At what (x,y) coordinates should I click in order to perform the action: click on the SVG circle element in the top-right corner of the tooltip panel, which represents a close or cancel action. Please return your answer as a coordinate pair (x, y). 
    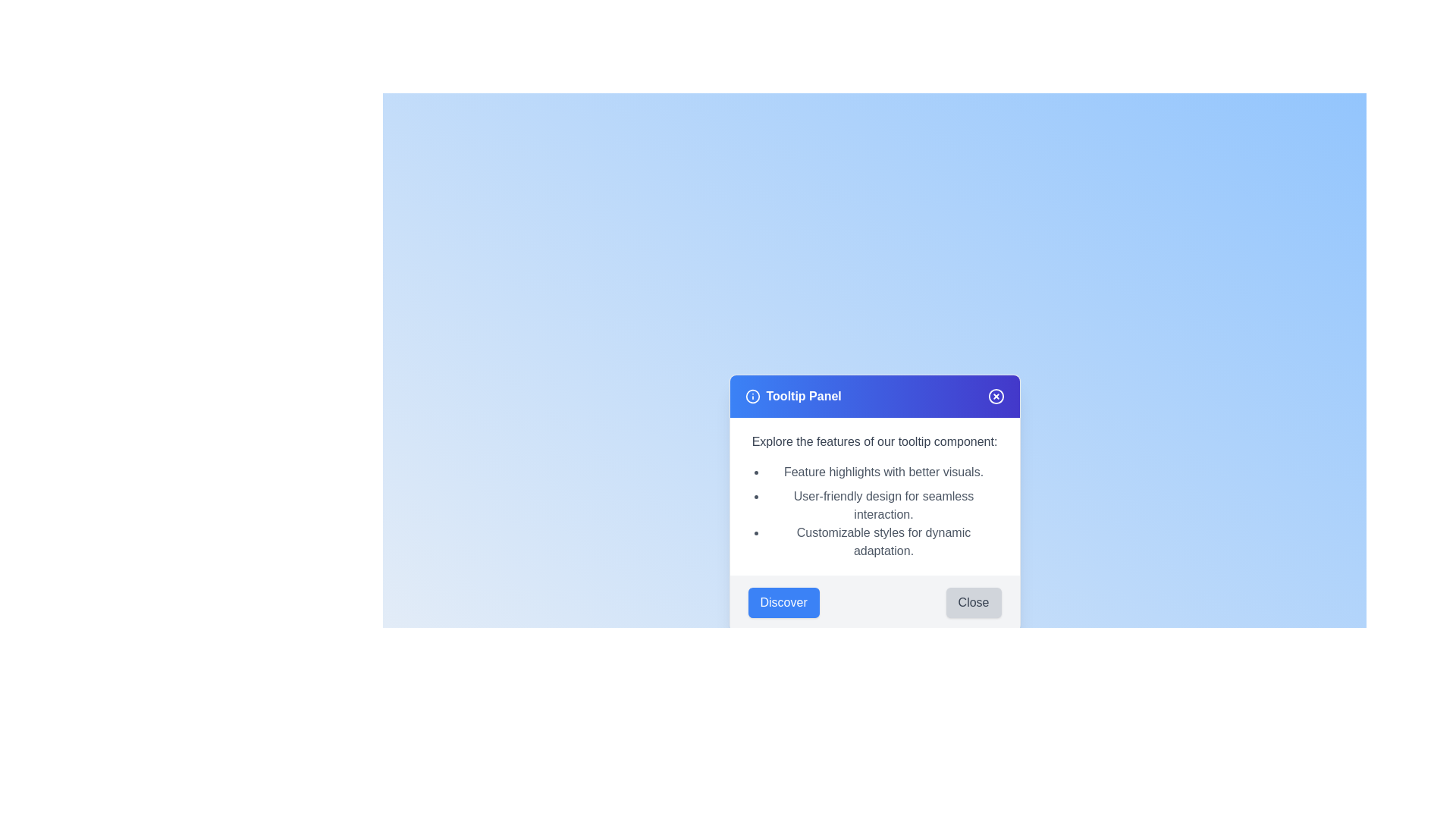
    Looking at the image, I should click on (996, 396).